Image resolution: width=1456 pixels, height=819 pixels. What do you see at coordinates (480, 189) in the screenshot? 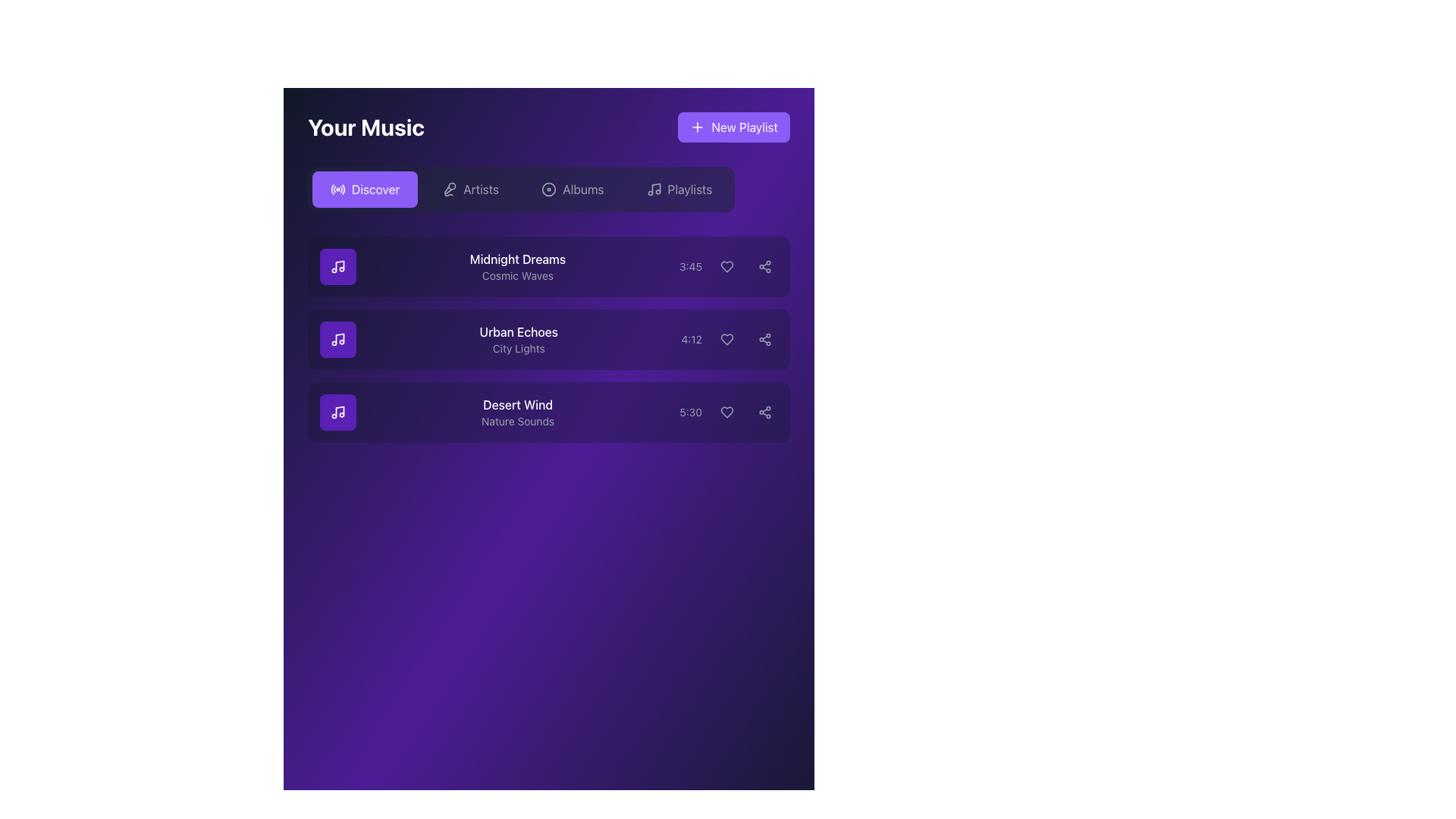
I see `the 'Artists' text label in the navigation menu` at bounding box center [480, 189].